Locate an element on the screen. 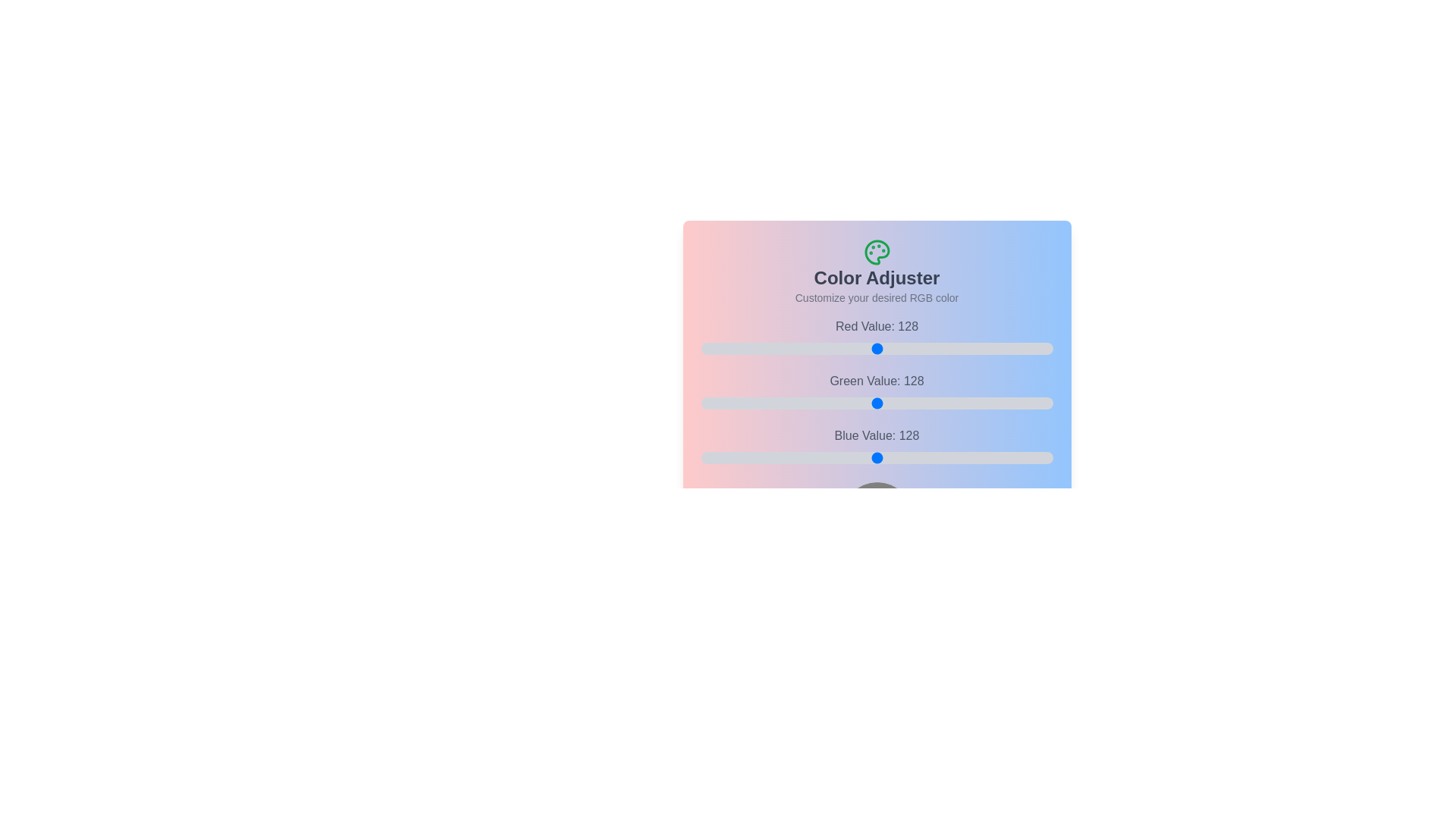 Image resolution: width=1456 pixels, height=819 pixels. the 1 slider to 254 is located at coordinates (1051, 403).